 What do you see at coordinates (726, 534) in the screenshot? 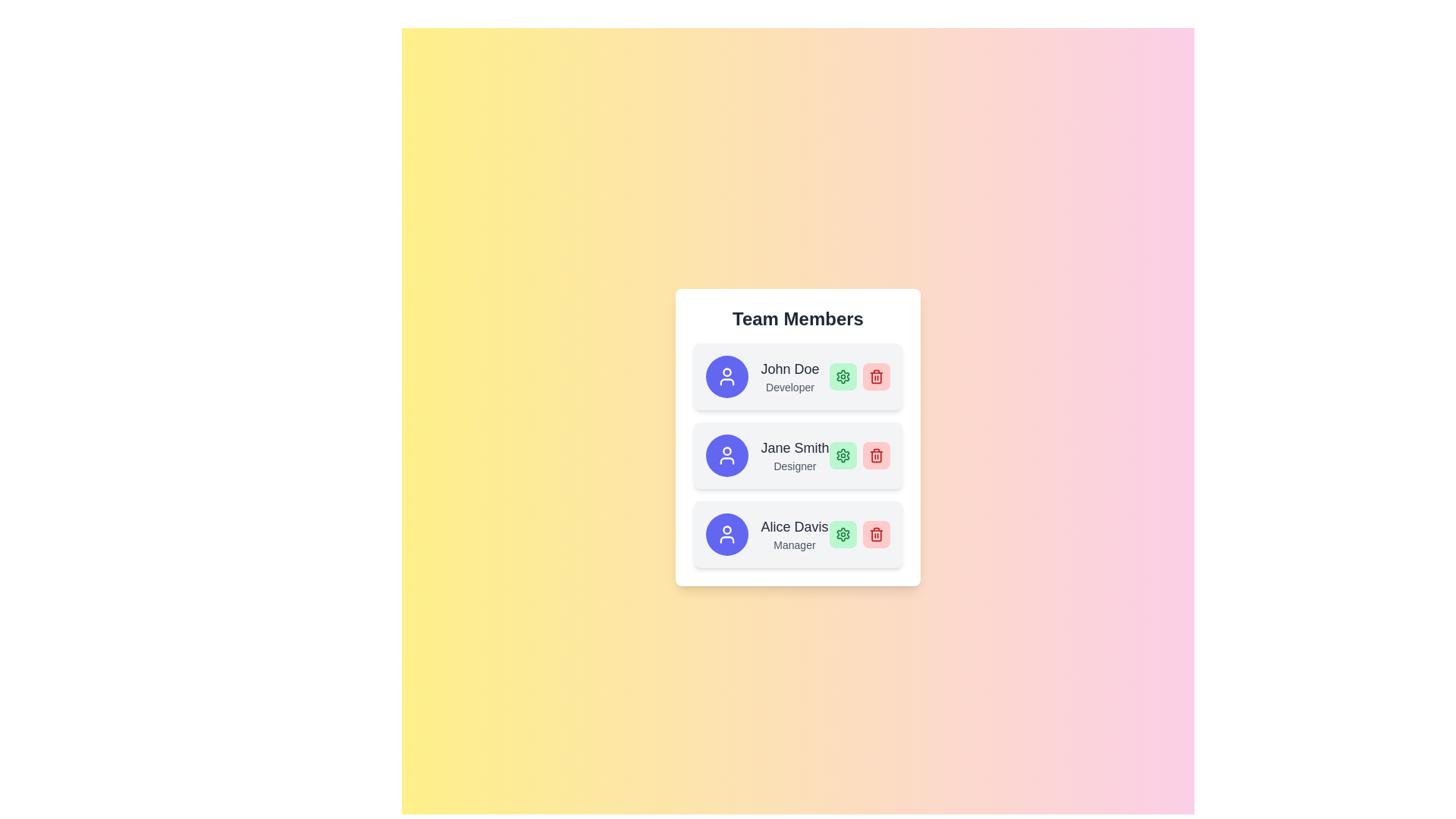
I see `Circular Avatar Icon with a purple background and white user icon, located in the third team member card, adjacent to the text 'Alice Davis' and other controls` at bounding box center [726, 534].